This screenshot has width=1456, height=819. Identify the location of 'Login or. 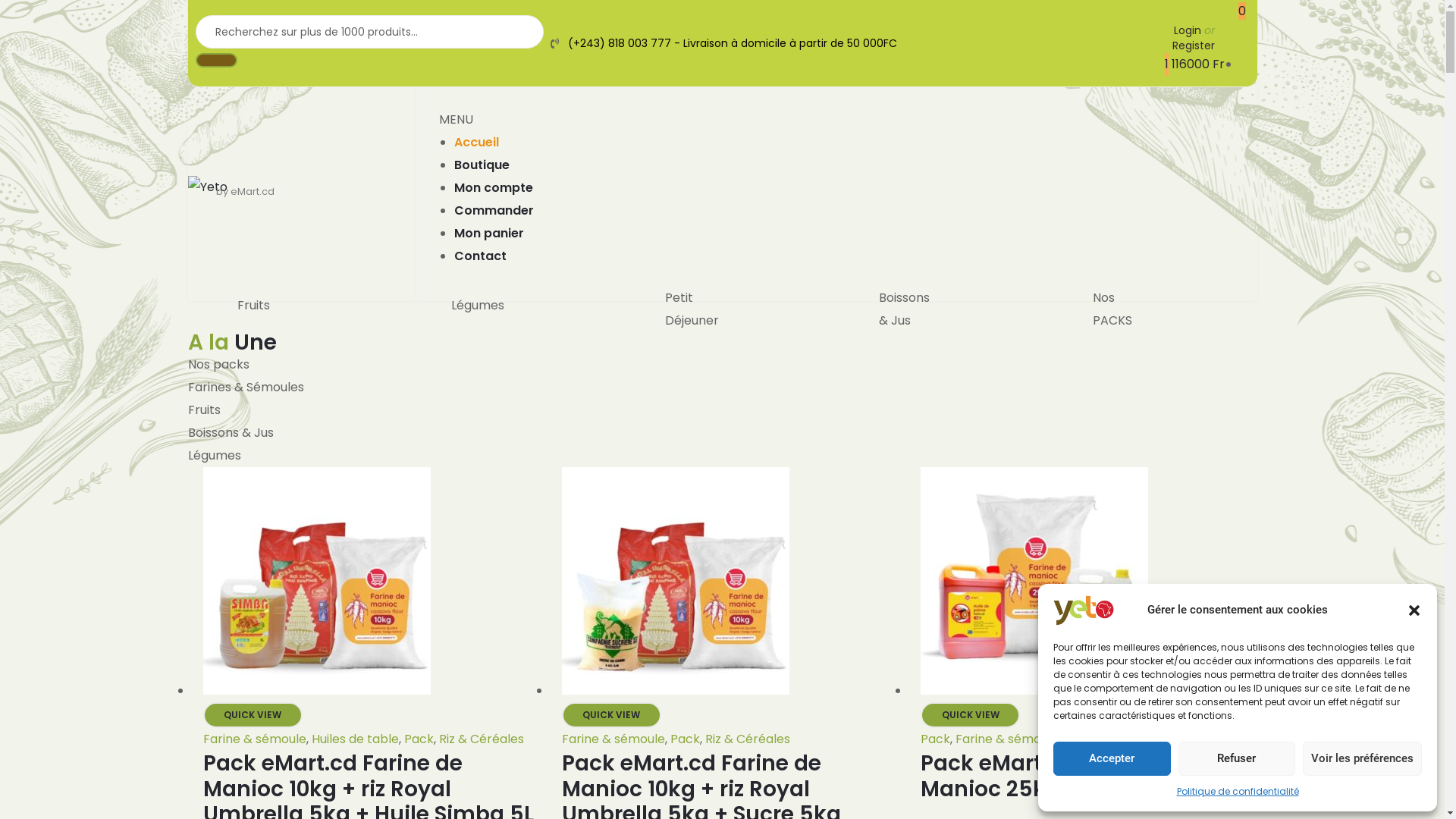
(1164, 37).